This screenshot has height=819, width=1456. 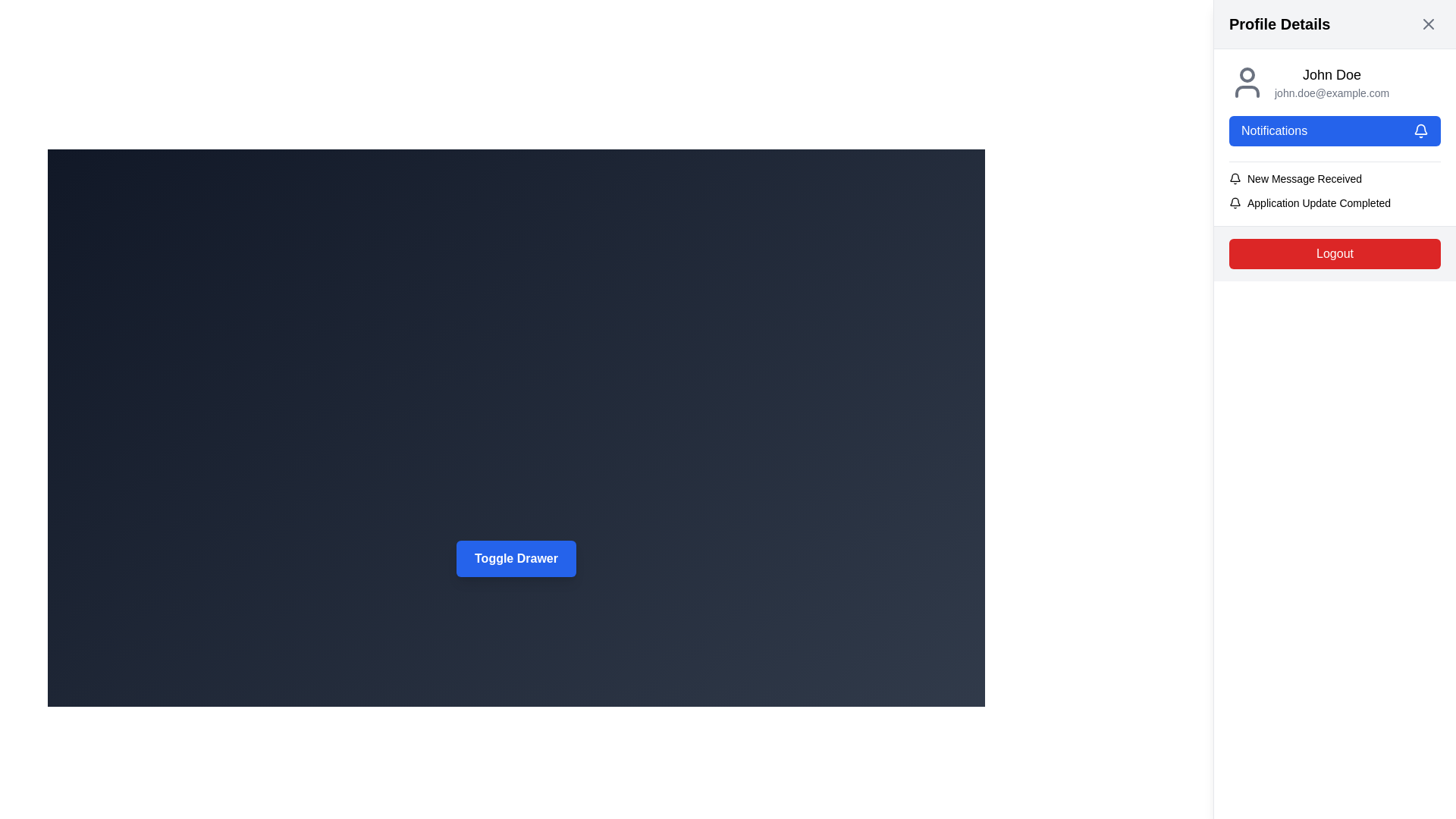 I want to click on the Profile Information Section, which displays the user's name and email address, located at the top of the Profile Details panel in the side panel, so click(x=1335, y=82).